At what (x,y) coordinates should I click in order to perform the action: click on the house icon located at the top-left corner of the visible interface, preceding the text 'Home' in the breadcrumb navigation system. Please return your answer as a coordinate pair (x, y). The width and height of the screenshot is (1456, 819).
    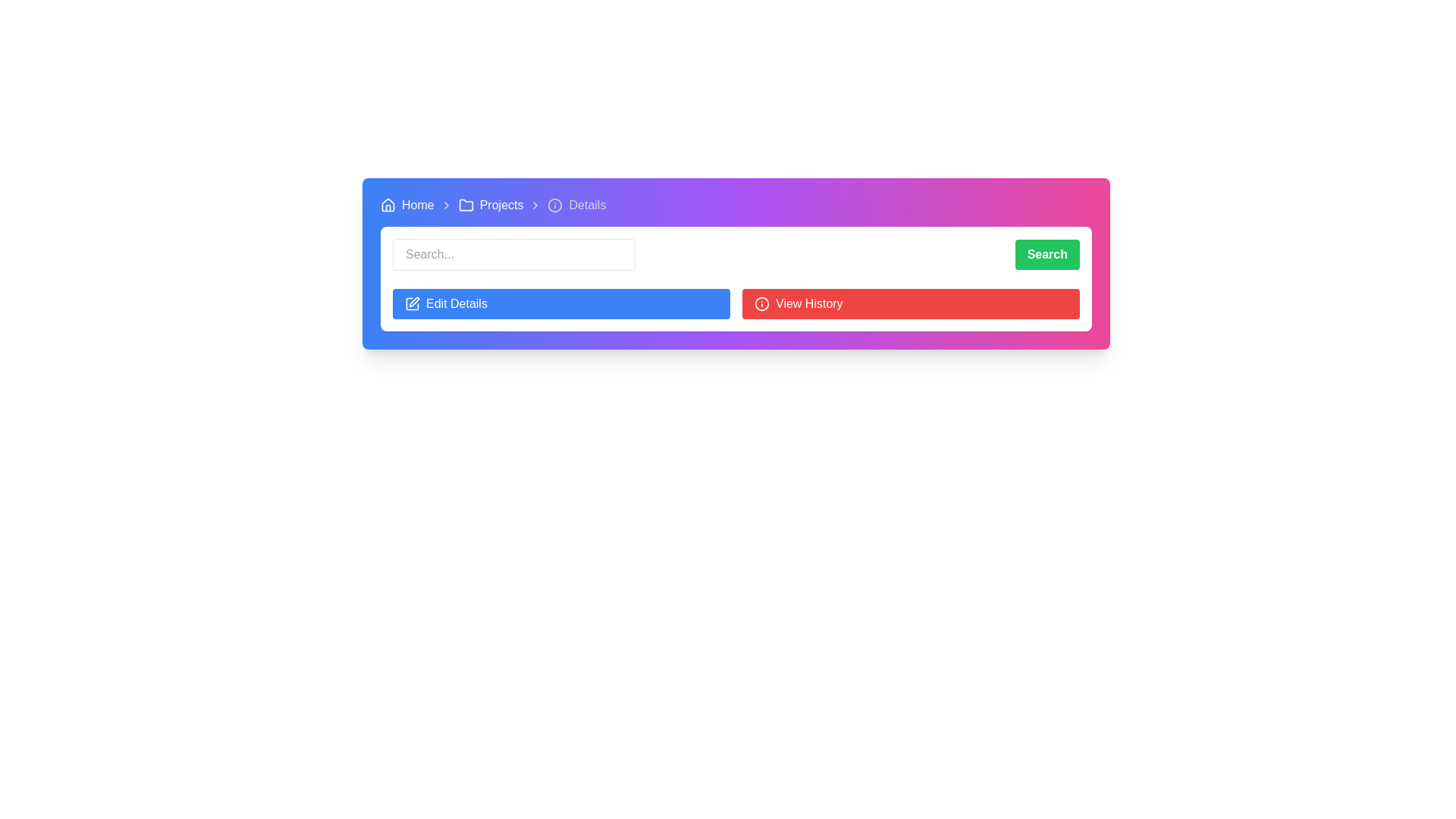
    Looking at the image, I should click on (388, 205).